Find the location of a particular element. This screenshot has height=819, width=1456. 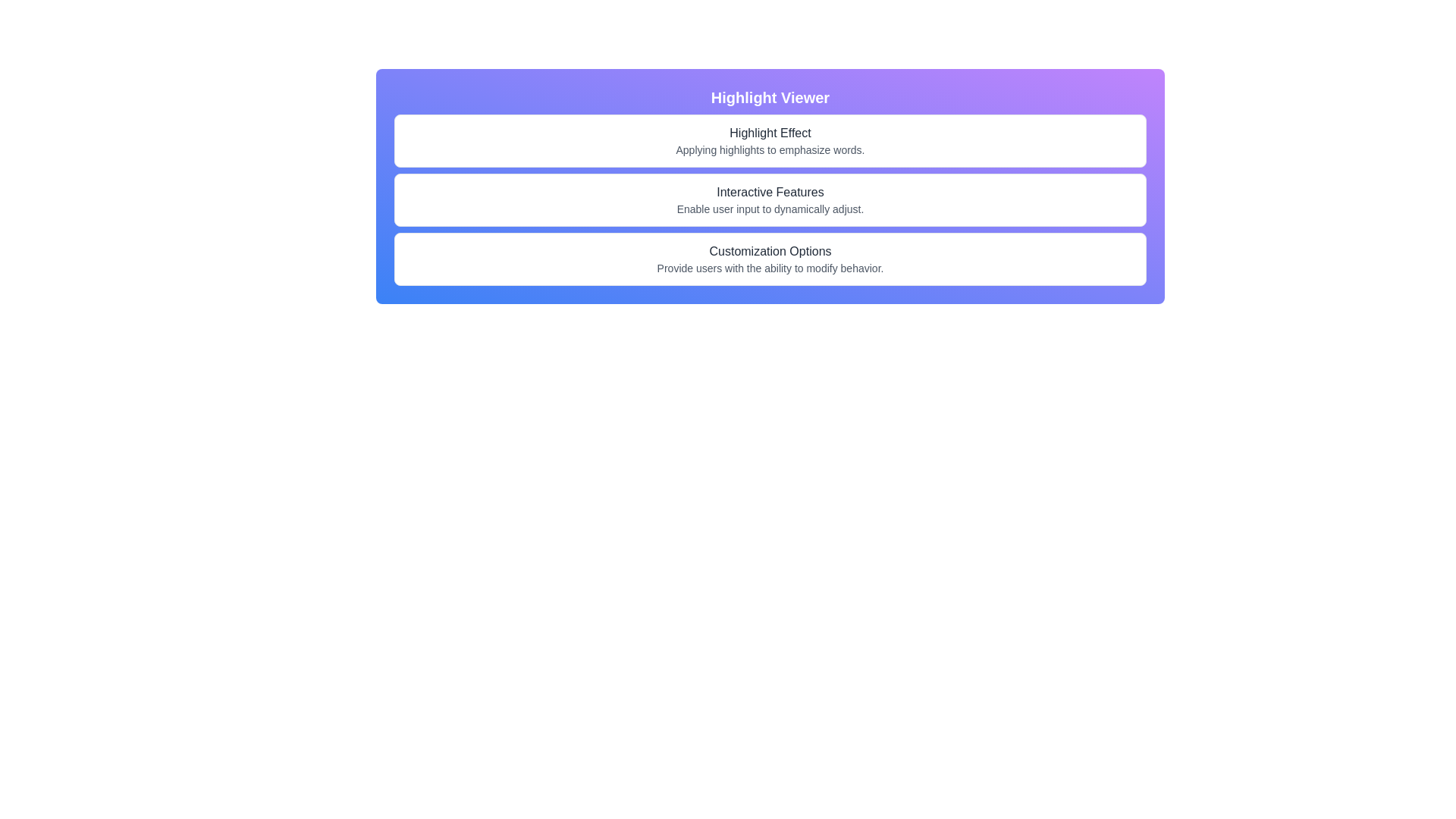

the character 'h' in the title 'Highlight Effect', which is the eighth character in the second row of the interface is located at coordinates (770, 132).